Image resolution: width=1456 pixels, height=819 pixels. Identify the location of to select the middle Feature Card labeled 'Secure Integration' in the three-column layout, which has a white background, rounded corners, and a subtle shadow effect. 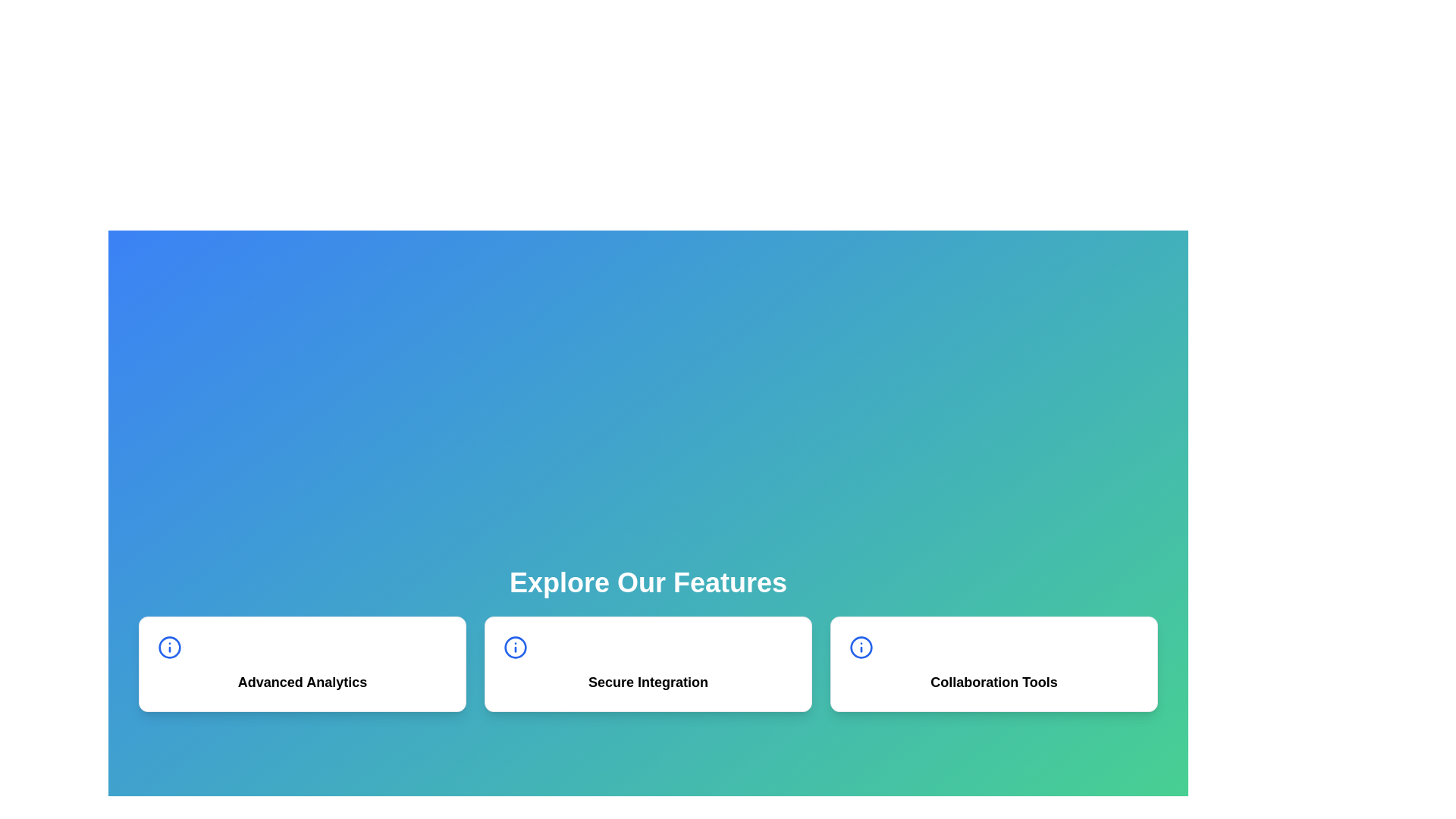
(648, 663).